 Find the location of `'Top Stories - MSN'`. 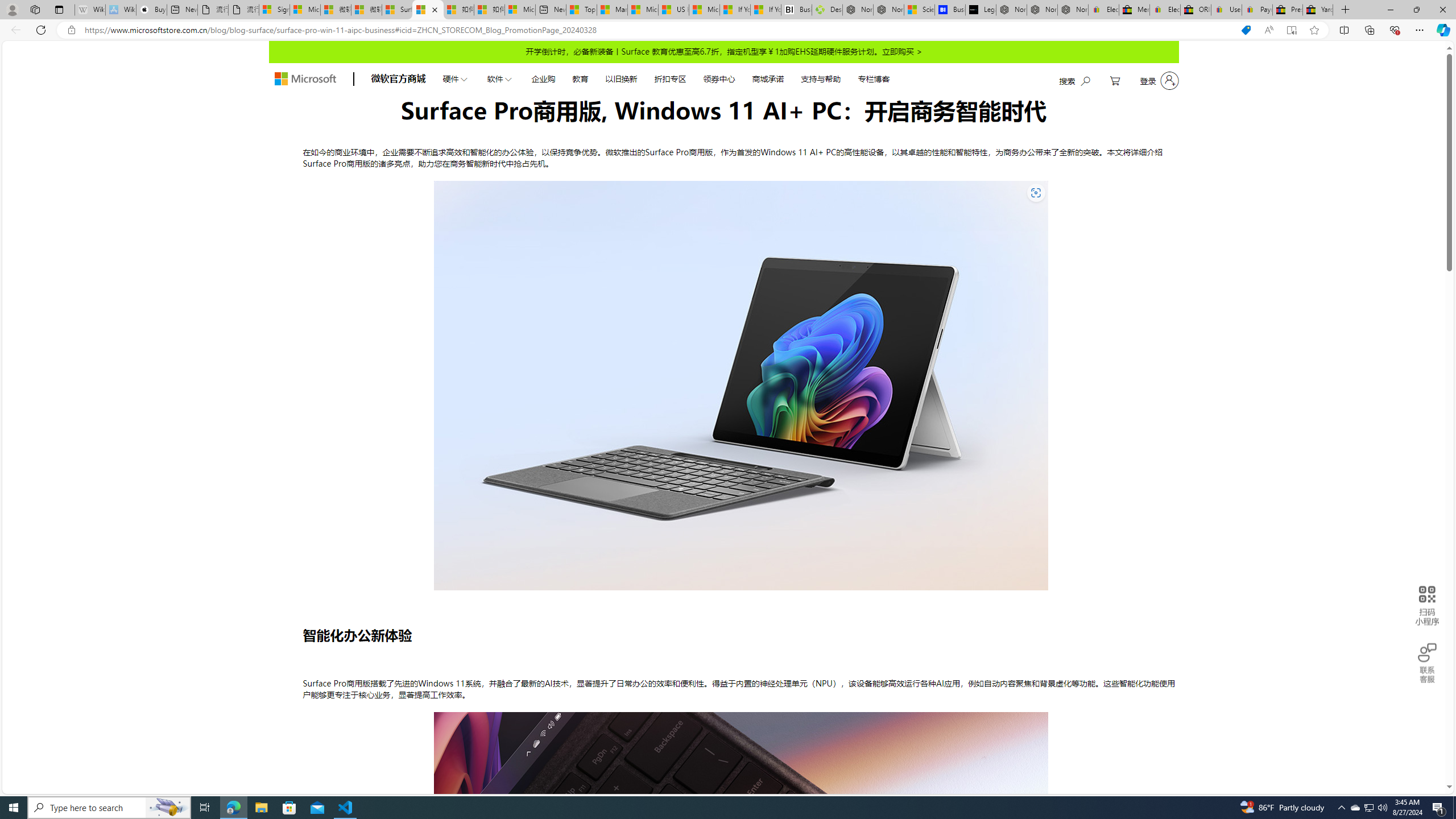

'Top Stories - MSN' is located at coordinates (581, 9).